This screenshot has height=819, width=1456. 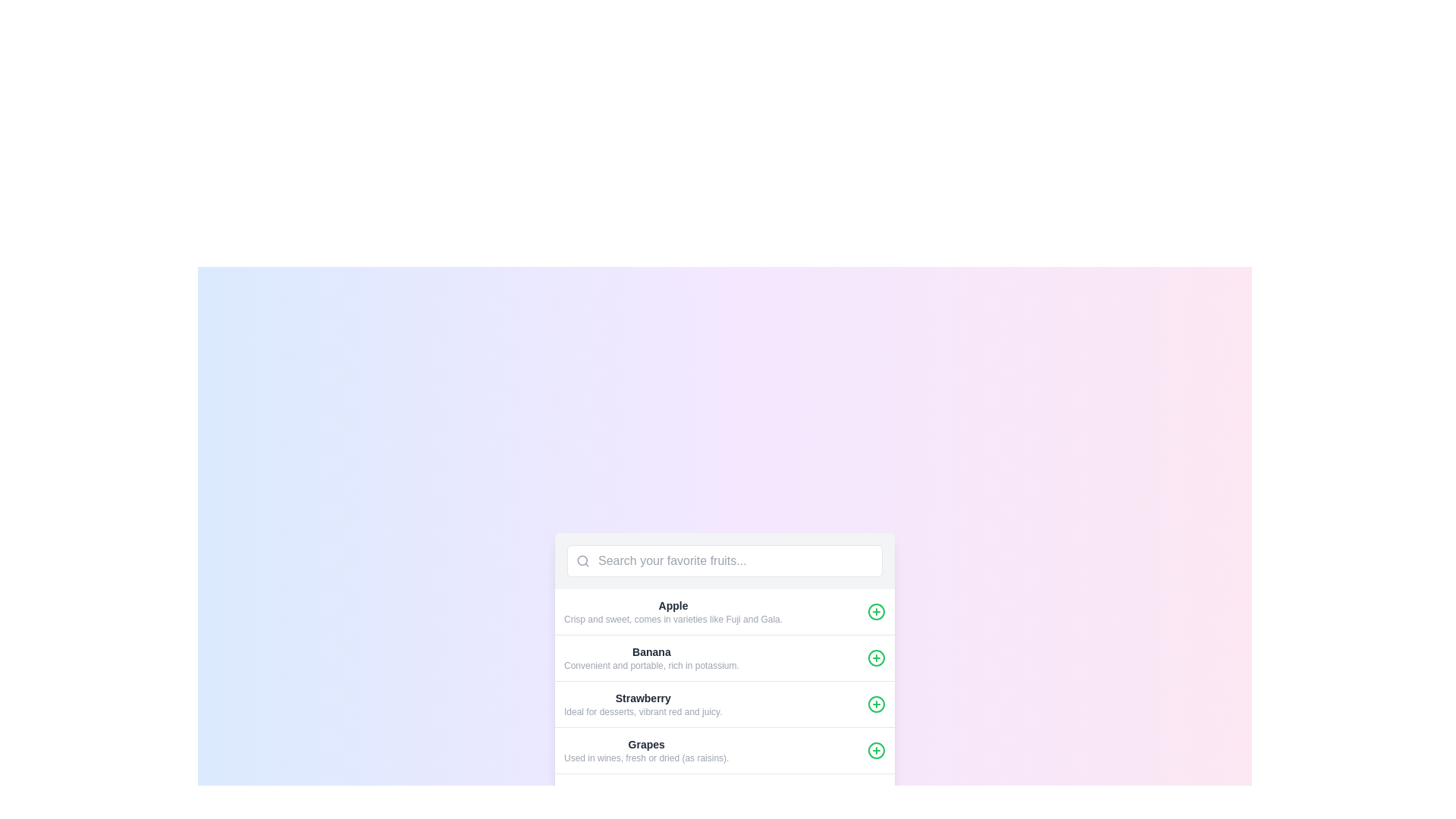 What do you see at coordinates (646, 758) in the screenshot?
I see `the text label displaying 'Used in wines, fresh or dried (as raisins).' which is positioned directly beneath the bold title 'Grapes' in the details section of the fruit list` at bounding box center [646, 758].